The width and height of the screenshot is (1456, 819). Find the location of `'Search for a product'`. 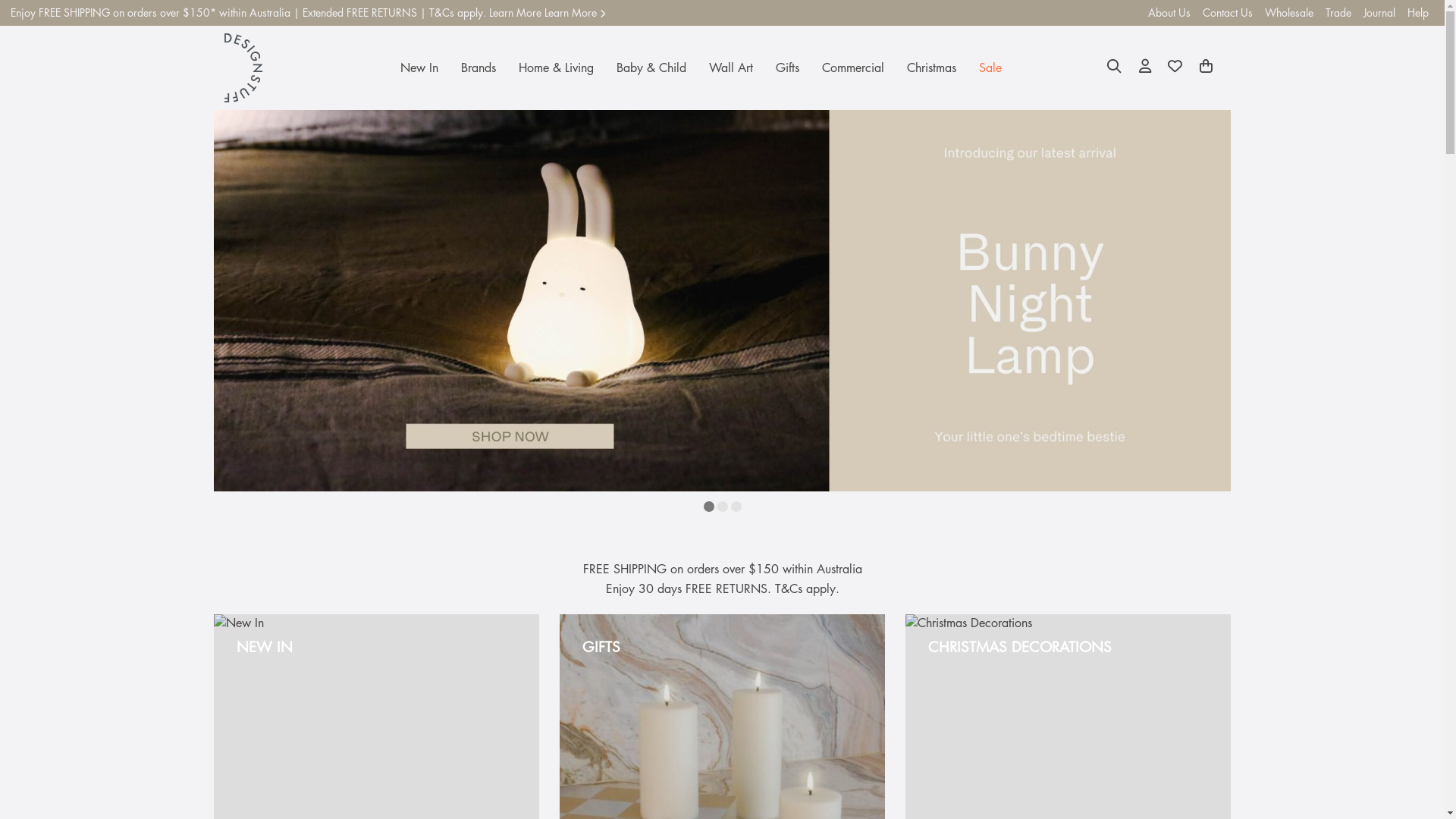

'Search for a product' is located at coordinates (1114, 67).